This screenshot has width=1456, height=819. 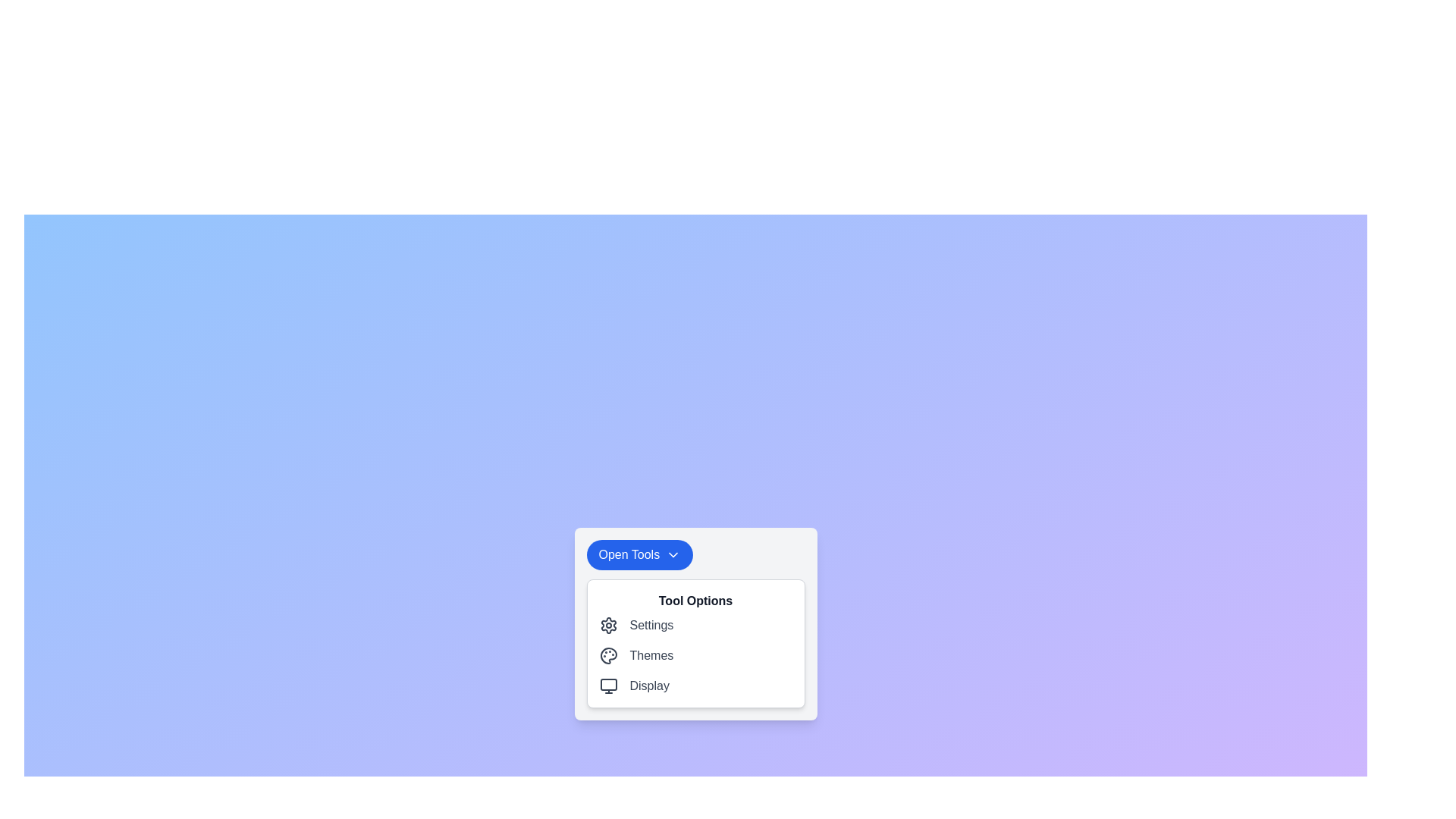 I want to click on the icon associated with the 'Themes' option in the menu, so click(x=608, y=654).